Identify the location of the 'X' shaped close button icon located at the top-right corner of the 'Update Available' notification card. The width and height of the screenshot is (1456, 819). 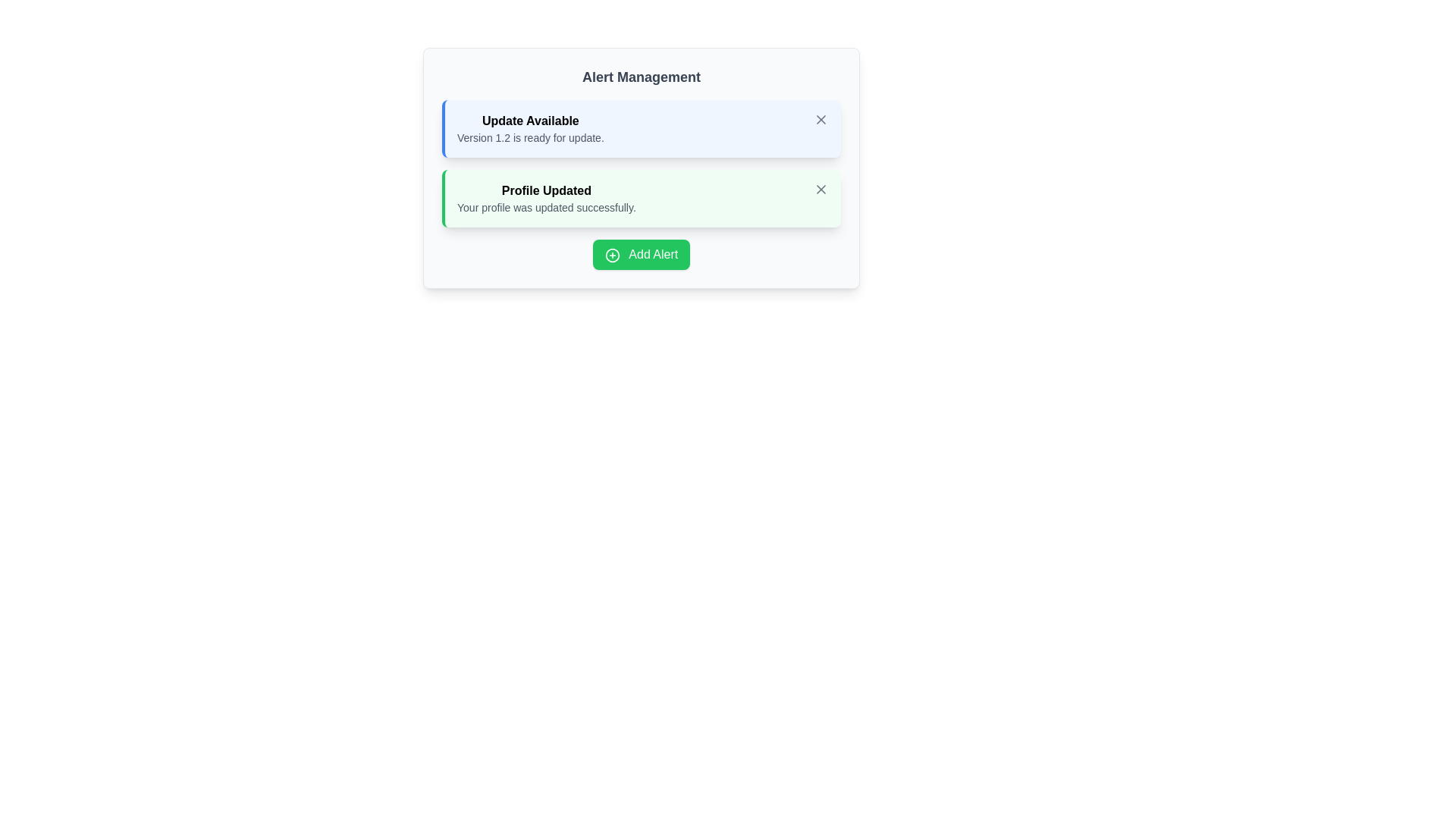
(821, 119).